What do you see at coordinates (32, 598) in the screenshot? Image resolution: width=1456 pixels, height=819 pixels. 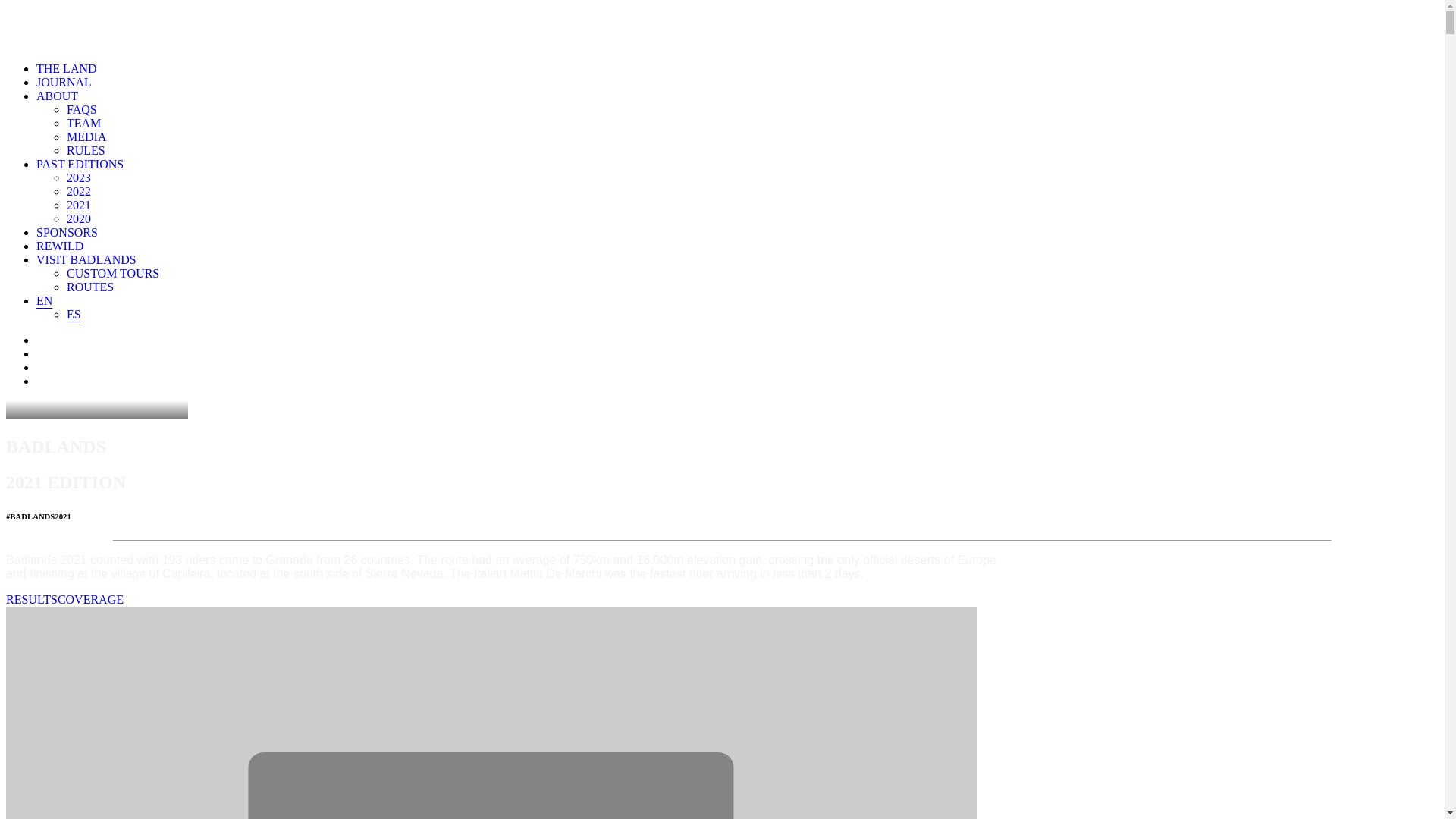 I see `'RESULTS'` at bounding box center [32, 598].